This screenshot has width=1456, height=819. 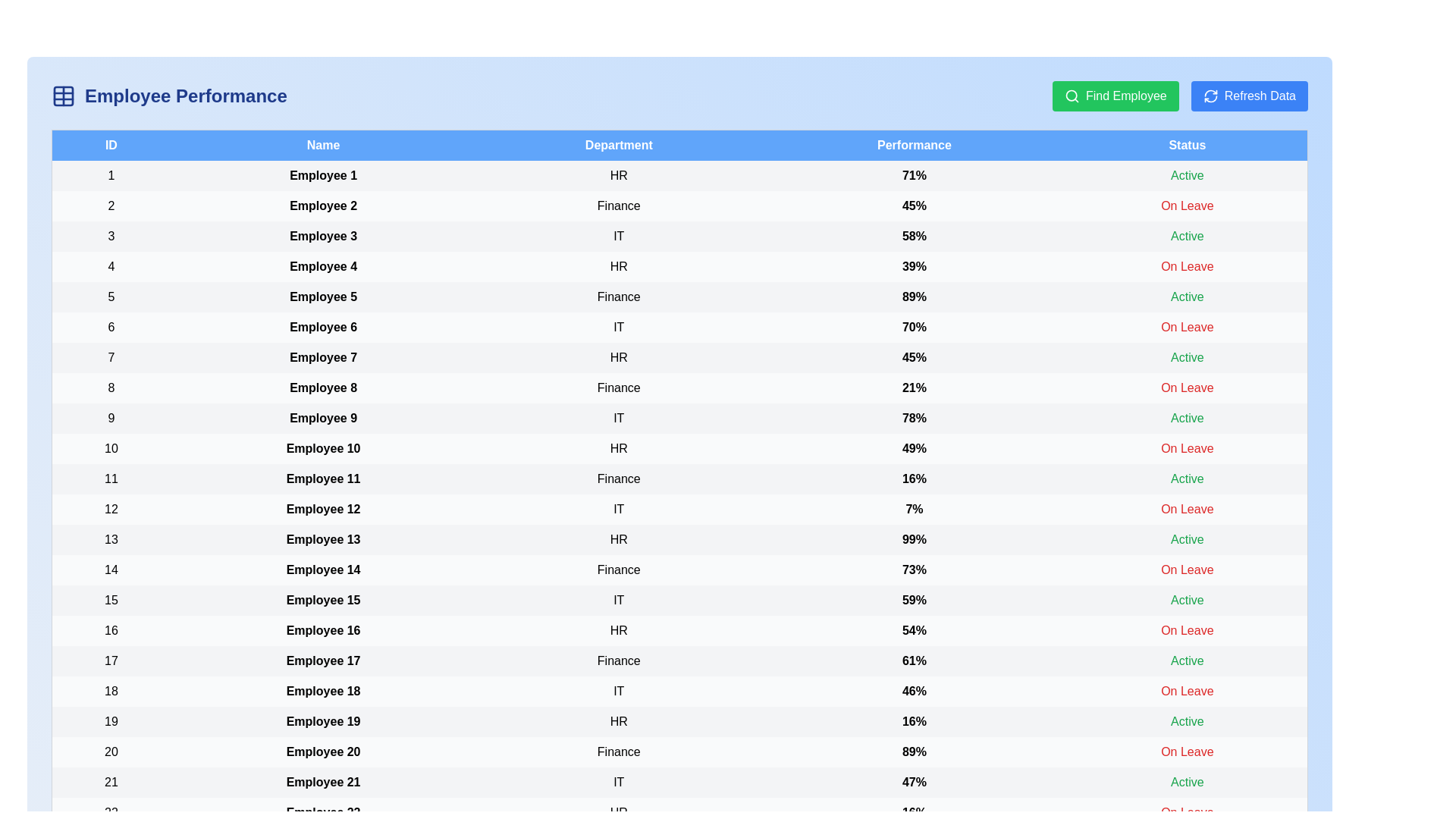 What do you see at coordinates (110, 145) in the screenshot?
I see `the header to sort by ID` at bounding box center [110, 145].